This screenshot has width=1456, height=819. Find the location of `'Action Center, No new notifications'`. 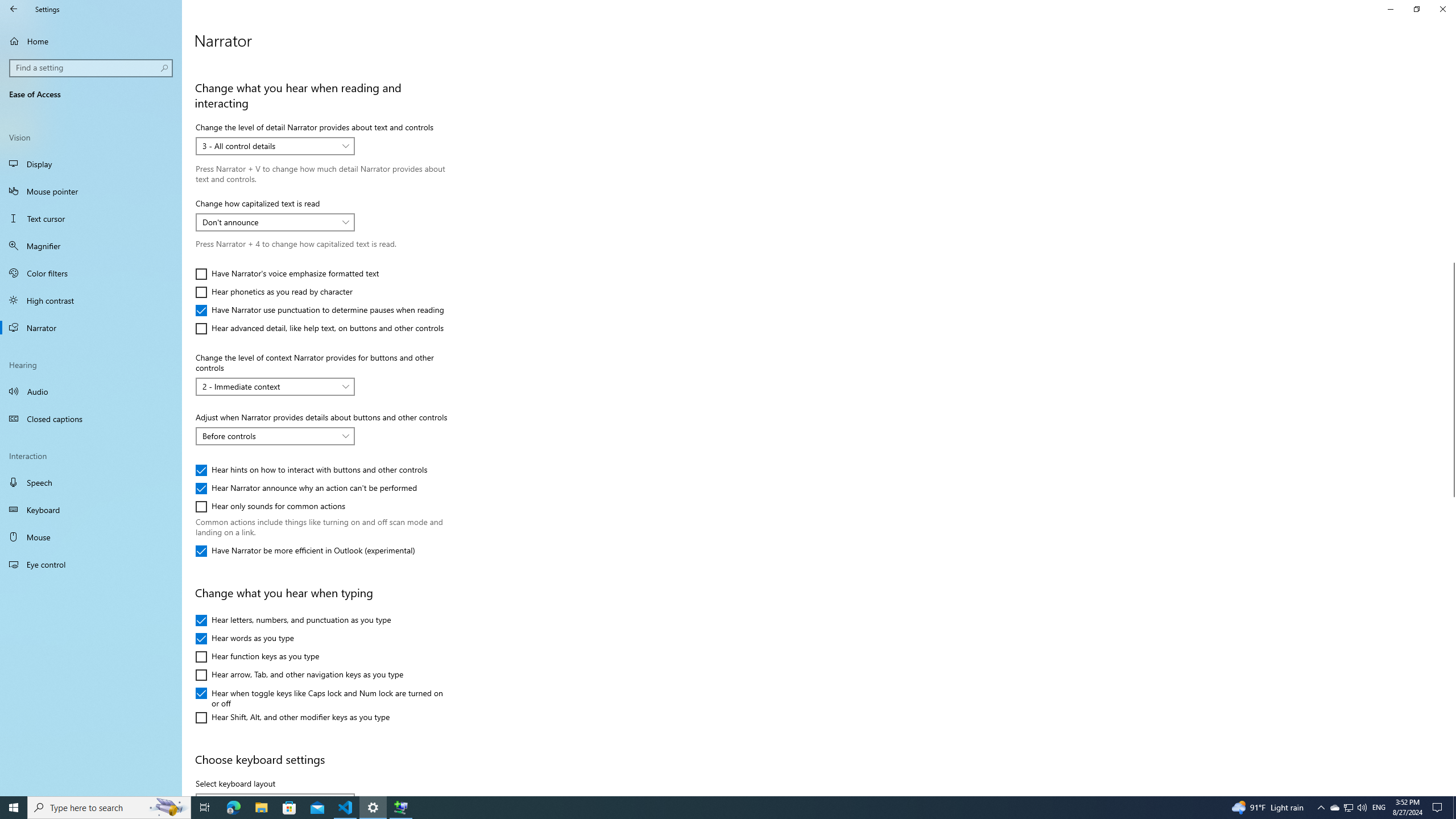

'Action Center, No new notifications' is located at coordinates (1439, 806).